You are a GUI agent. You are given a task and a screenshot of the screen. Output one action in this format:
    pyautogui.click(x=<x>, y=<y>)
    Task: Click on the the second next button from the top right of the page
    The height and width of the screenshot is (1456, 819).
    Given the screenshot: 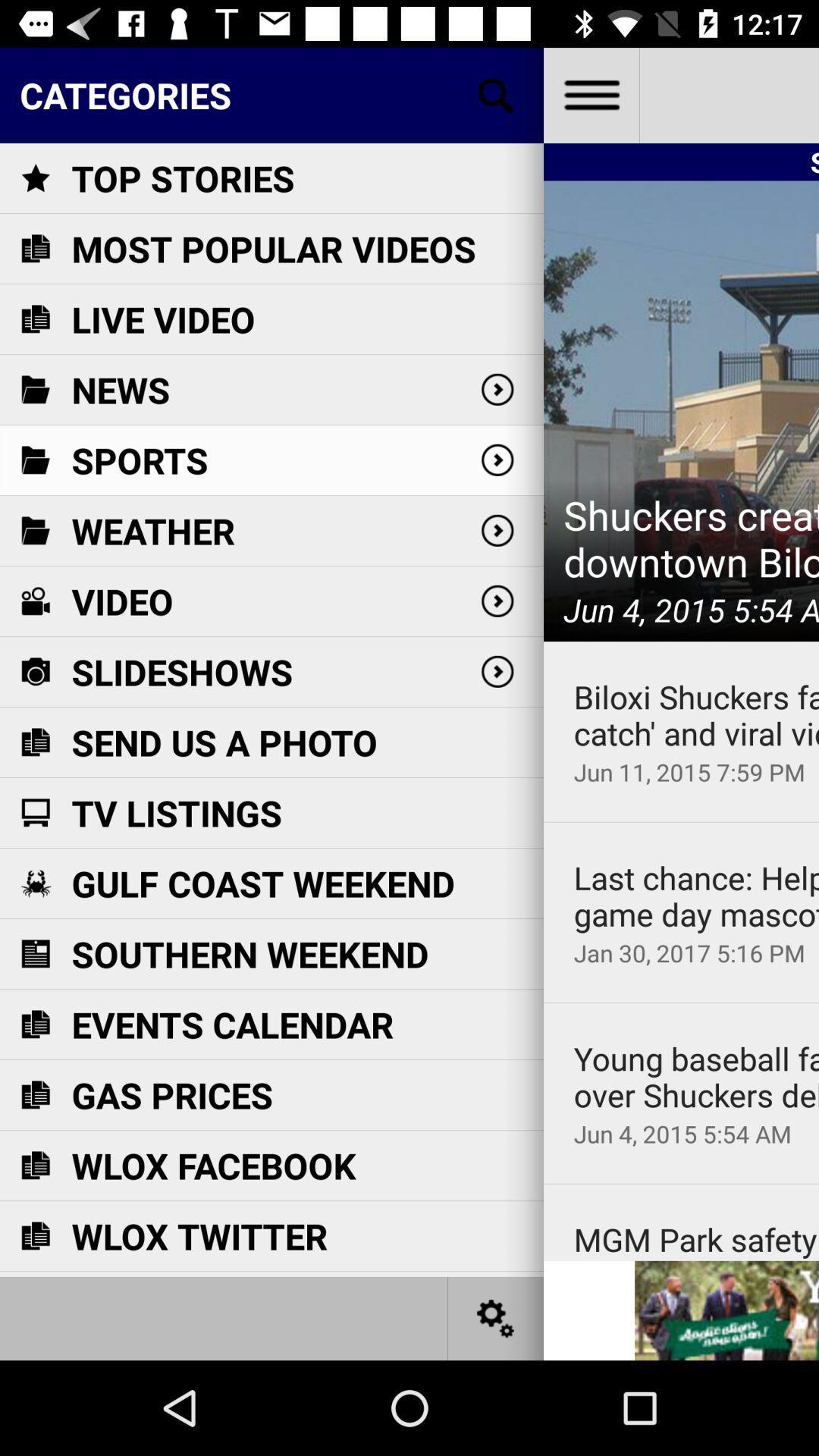 What is the action you would take?
    pyautogui.click(x=497, y=459)
    